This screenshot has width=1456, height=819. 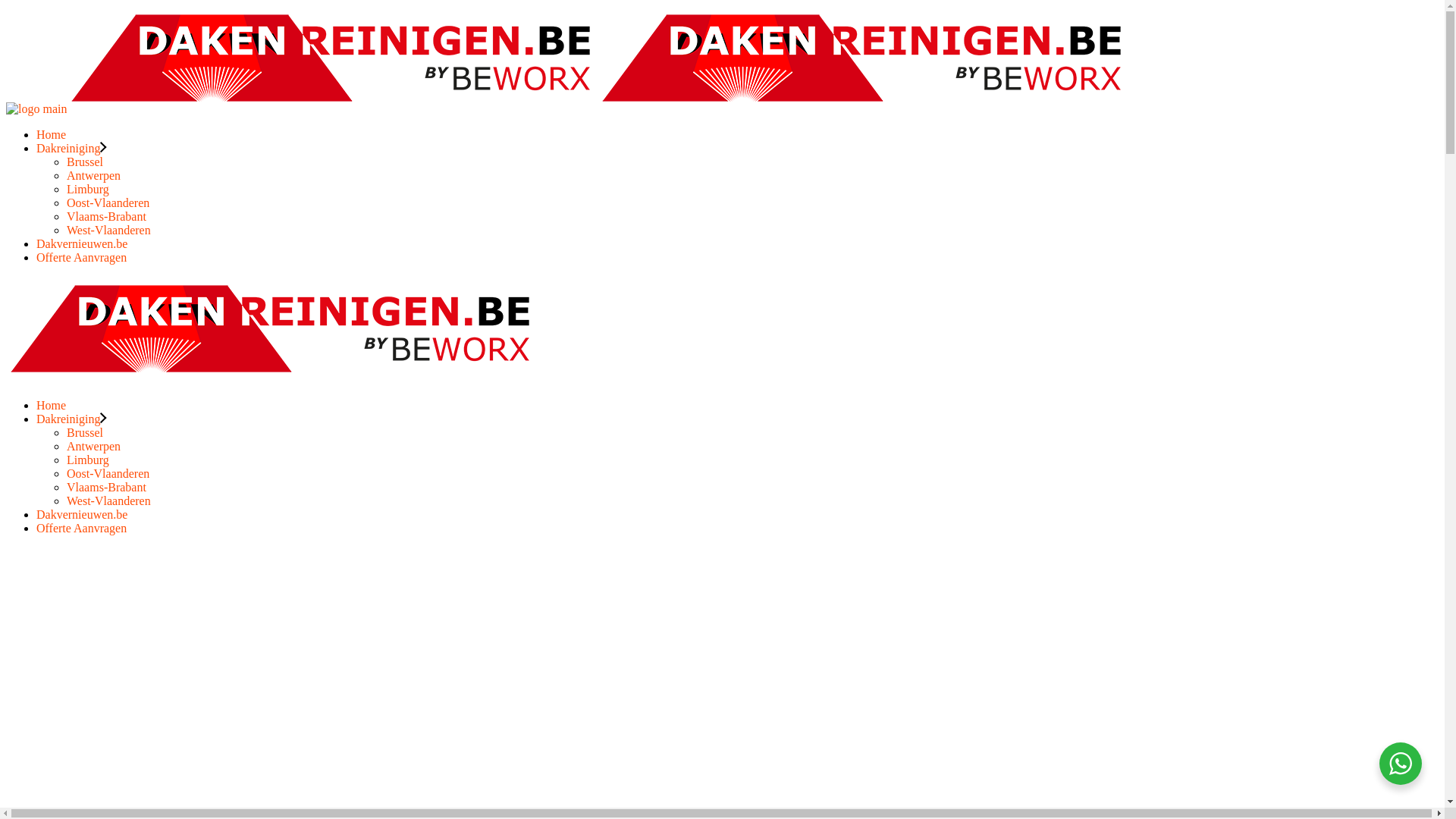 What do you see at coordinates (80, 513) in the screenshot?
I see `'Dakvernieuwen.be'` at bounding box center [80, 513].